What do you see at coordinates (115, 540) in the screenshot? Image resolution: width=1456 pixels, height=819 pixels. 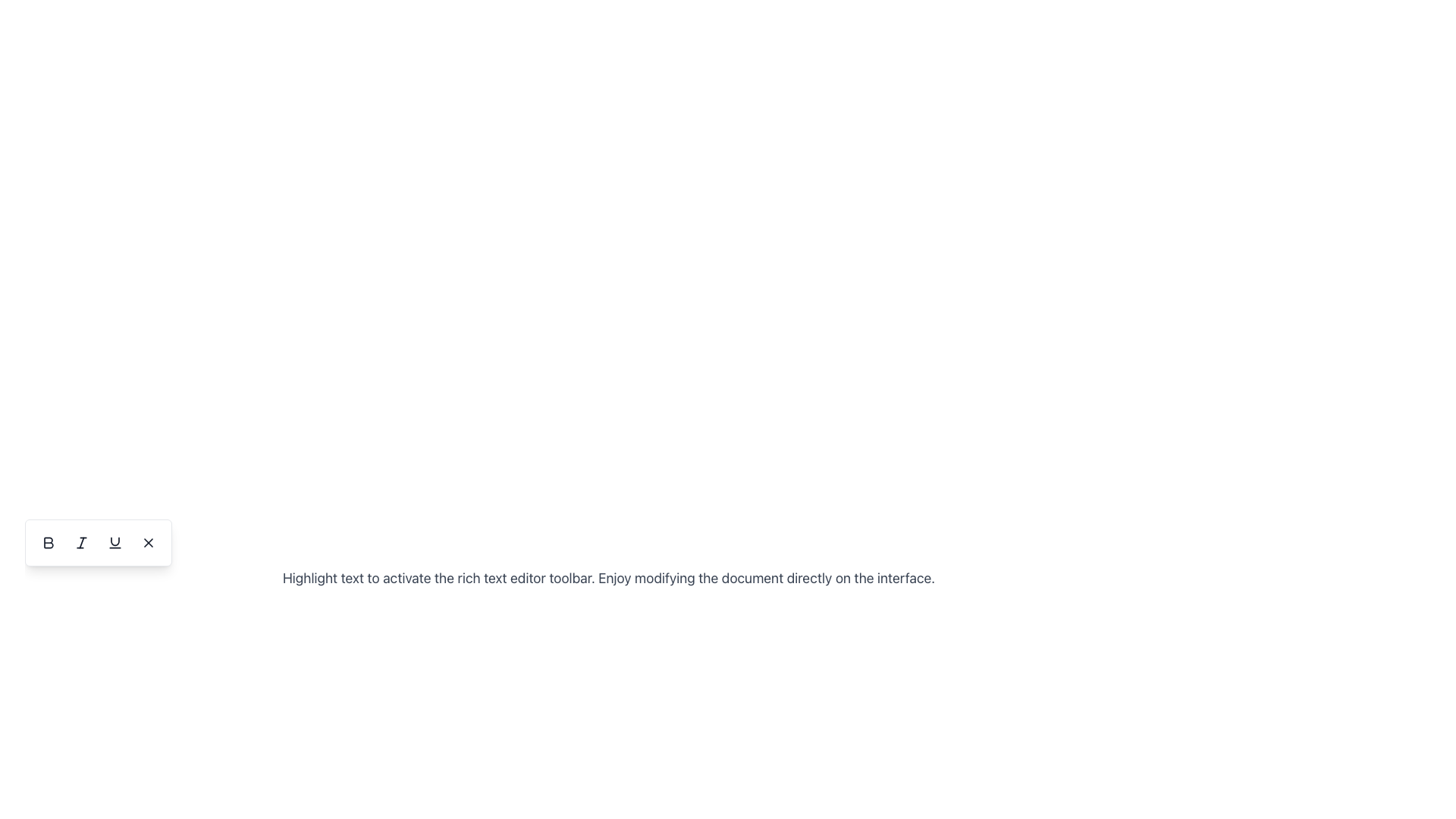 I see `the underline icon component located in the bottom-left corner of the toolbar` at bounding box center [115, 540].